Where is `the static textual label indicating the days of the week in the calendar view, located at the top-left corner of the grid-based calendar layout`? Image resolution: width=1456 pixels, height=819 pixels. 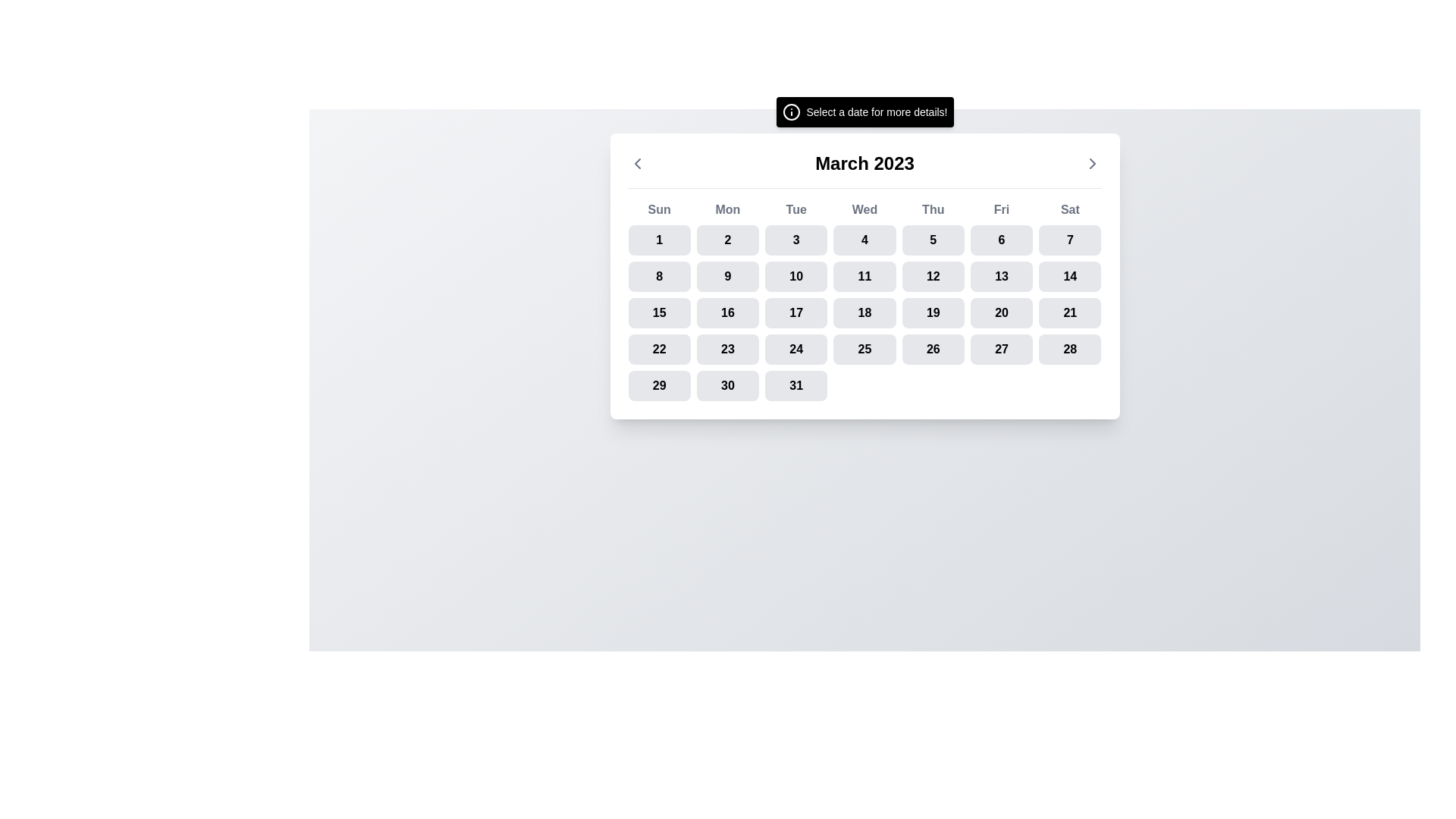 the static textual label indicating the days of the week in the calendar view, located at the top-left corner of the grid-based calendar layout is located at coordinates (659, 210).